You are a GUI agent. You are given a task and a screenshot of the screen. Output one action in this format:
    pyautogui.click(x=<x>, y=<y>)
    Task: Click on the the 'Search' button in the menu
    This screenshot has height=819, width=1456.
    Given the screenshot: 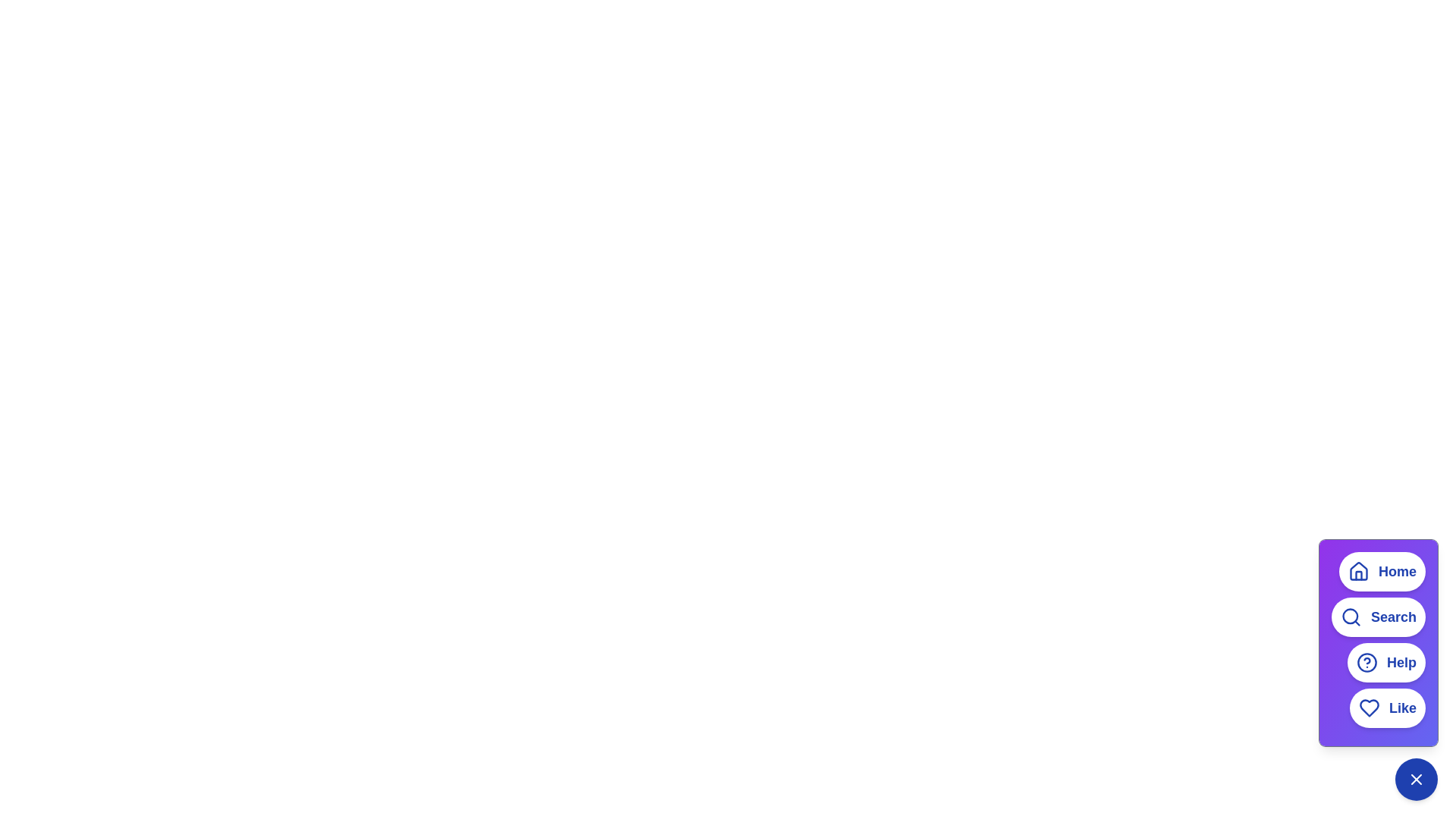 What is the action you would take?
    pyautogui.click(x=1379, y=617)
    